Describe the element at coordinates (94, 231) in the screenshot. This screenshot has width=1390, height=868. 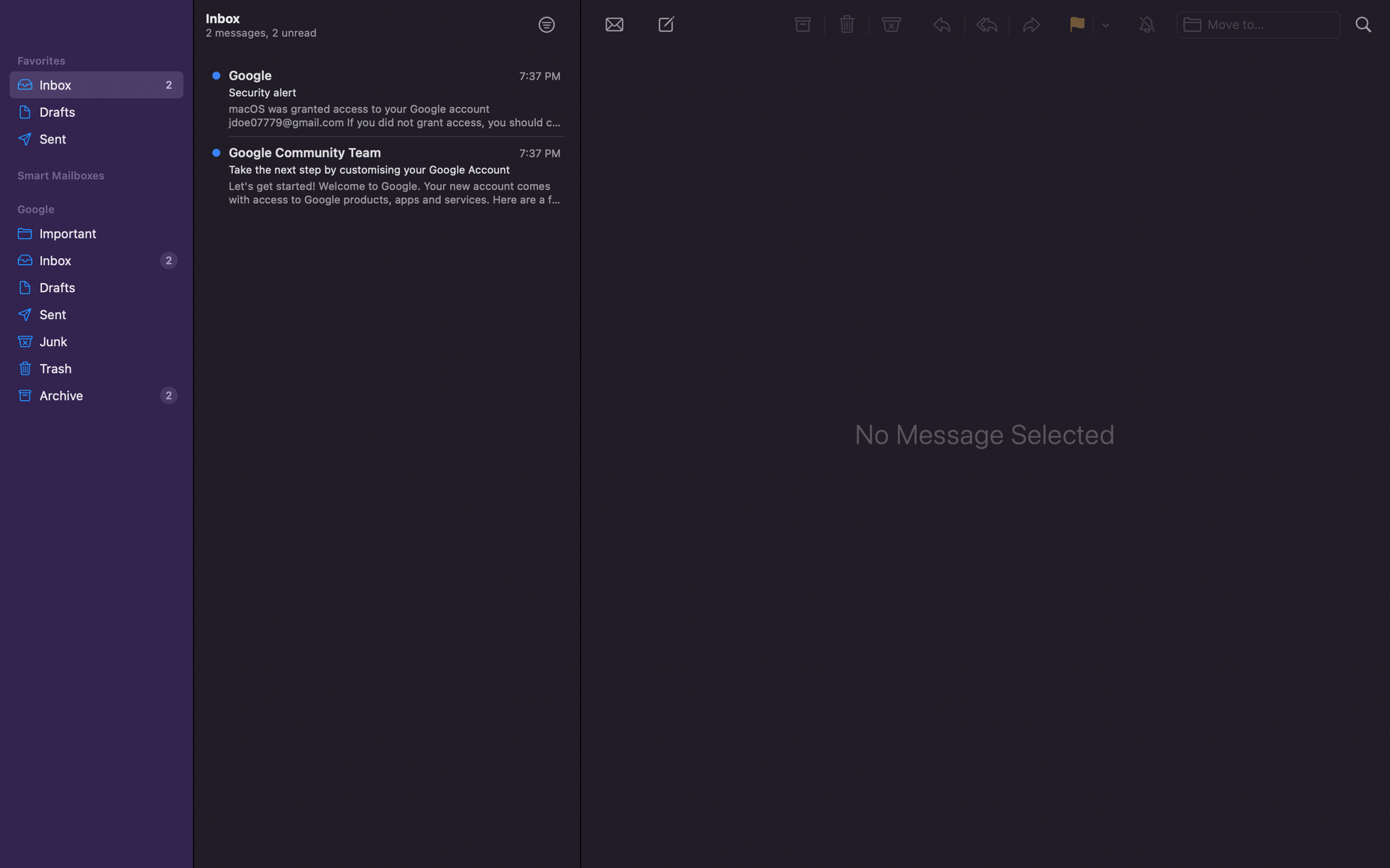
I see `the mail marked as important` at that location.